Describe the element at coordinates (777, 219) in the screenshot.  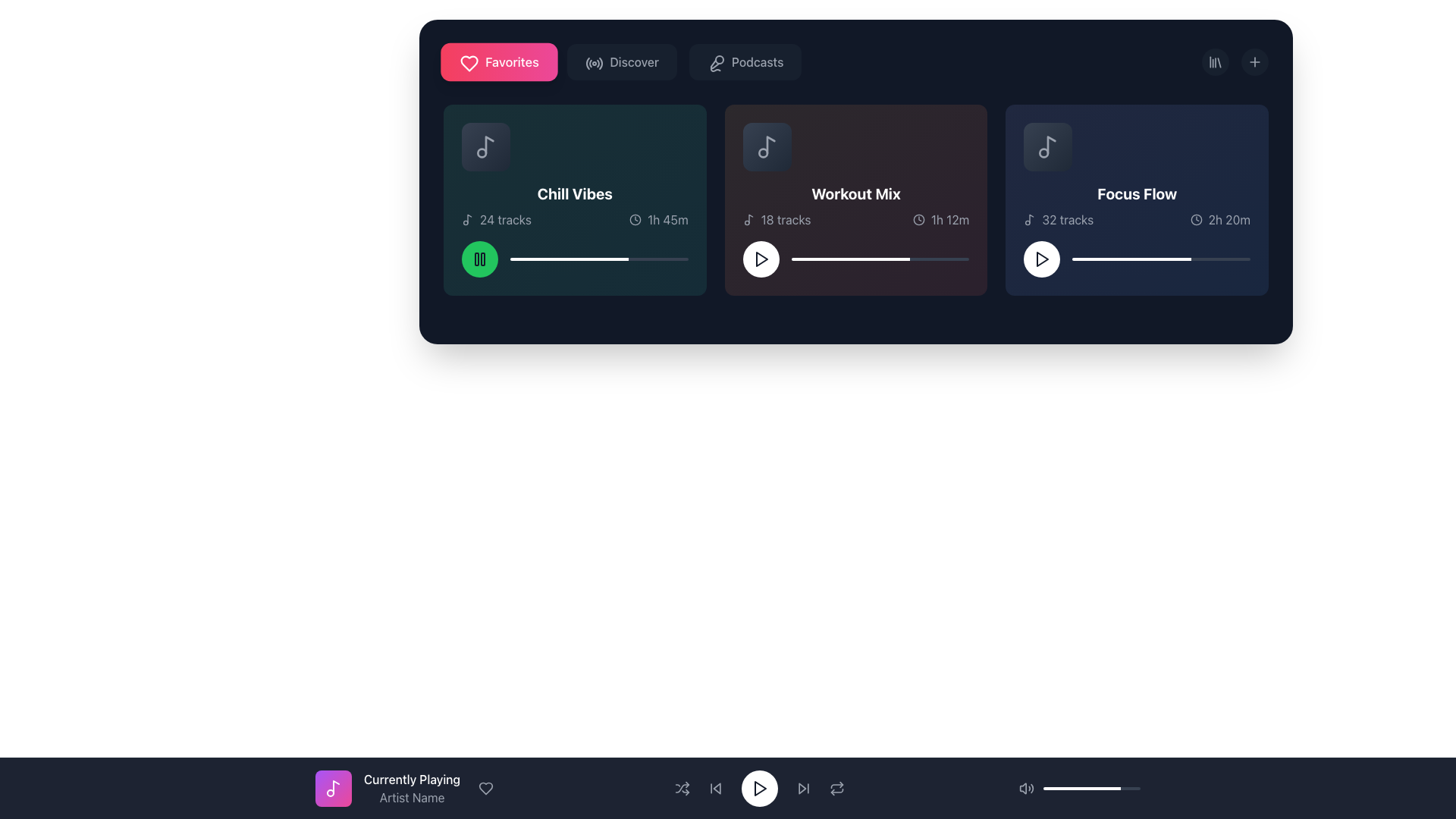
I see `the Text Label with Icon displaying '18 tracks', which includes a music note icon on the left, located in the 'Workout Mix' section below the title 'Workout Mix' and above the duration '1h 12m'` at that location.